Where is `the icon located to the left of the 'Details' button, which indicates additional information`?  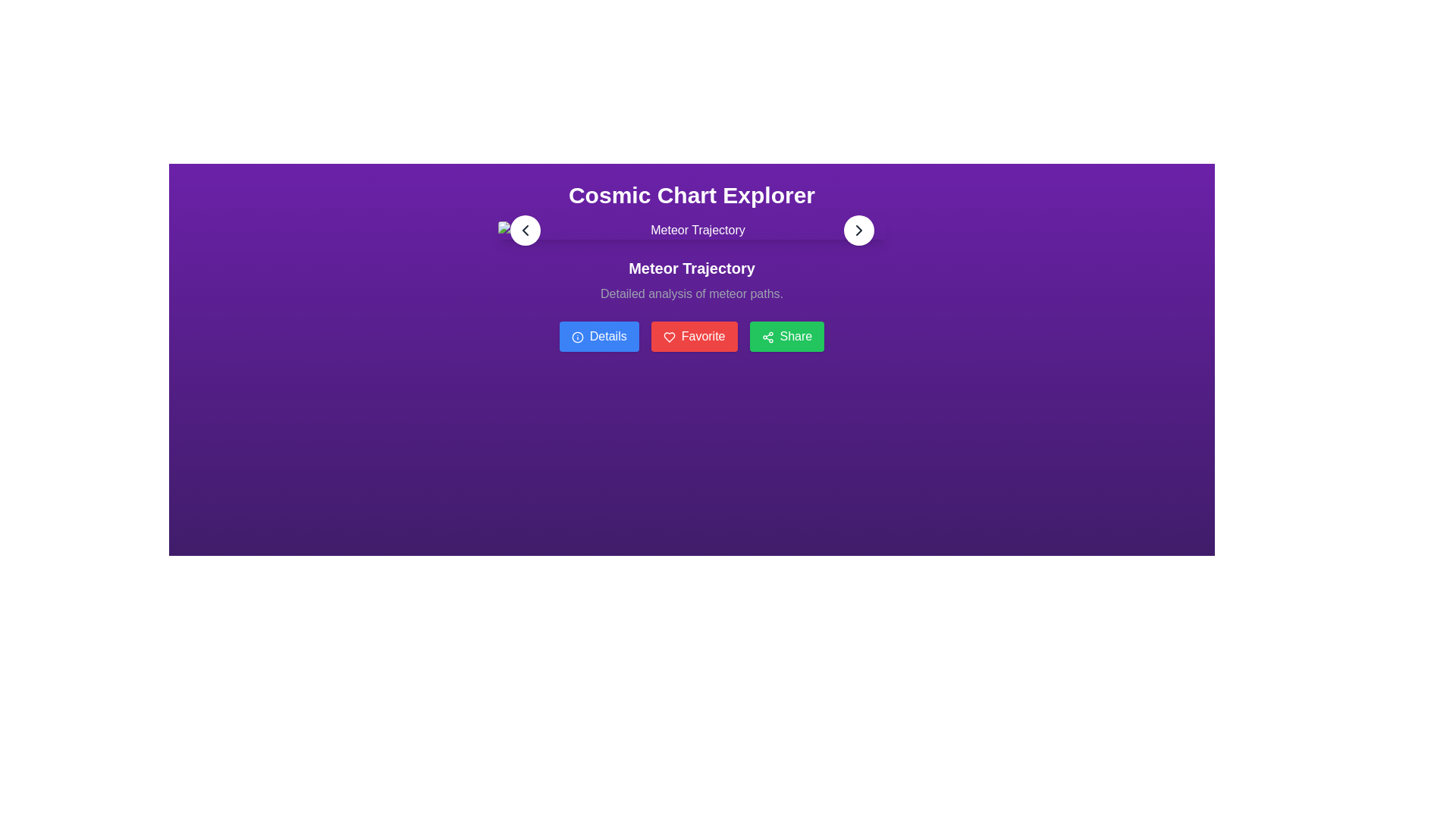
the icon located to the left of the 'Details' button, which indicates additional information is located at coordinates (576, 336).